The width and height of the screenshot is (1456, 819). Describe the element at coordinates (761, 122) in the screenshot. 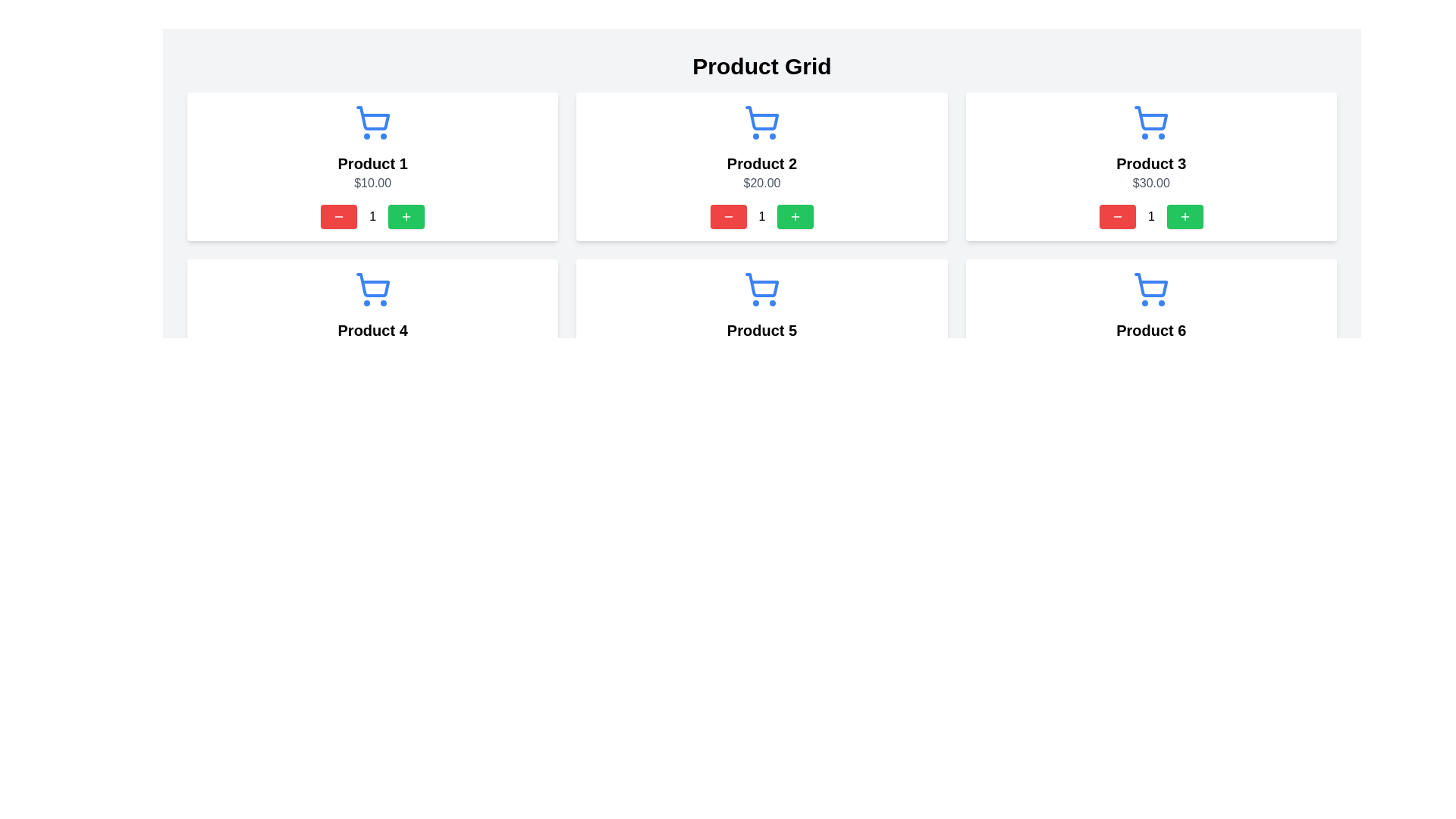

I see `the shopping cart icon located at the top center of the card labeled 'Product 2', which is depicted in a sleek blue design` at that location.